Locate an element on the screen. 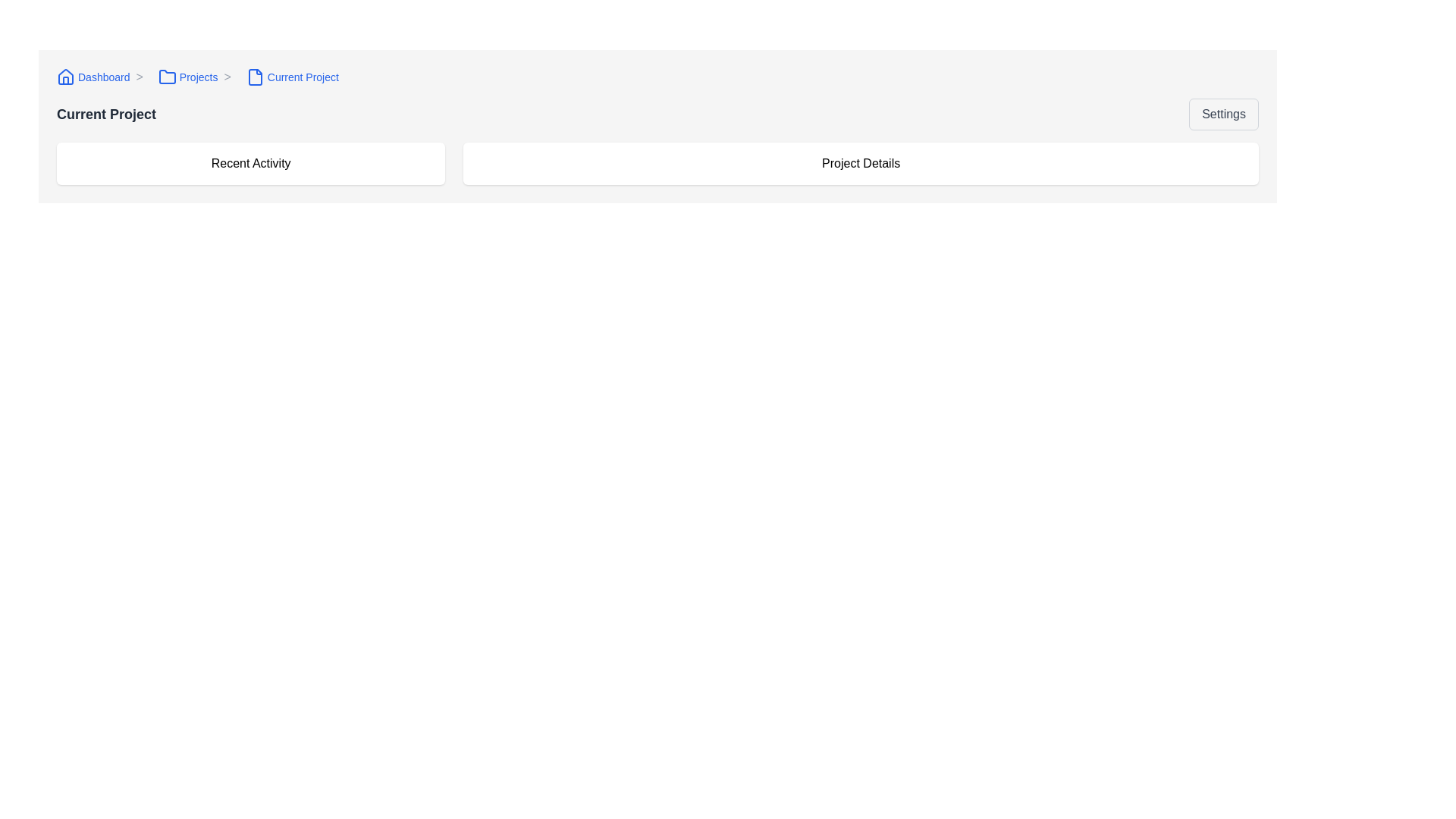 The height and width of the screenshot is (819, 1456). the breadcrumb navigation link labeled 'Projects' is located at coordinates (198, 77).